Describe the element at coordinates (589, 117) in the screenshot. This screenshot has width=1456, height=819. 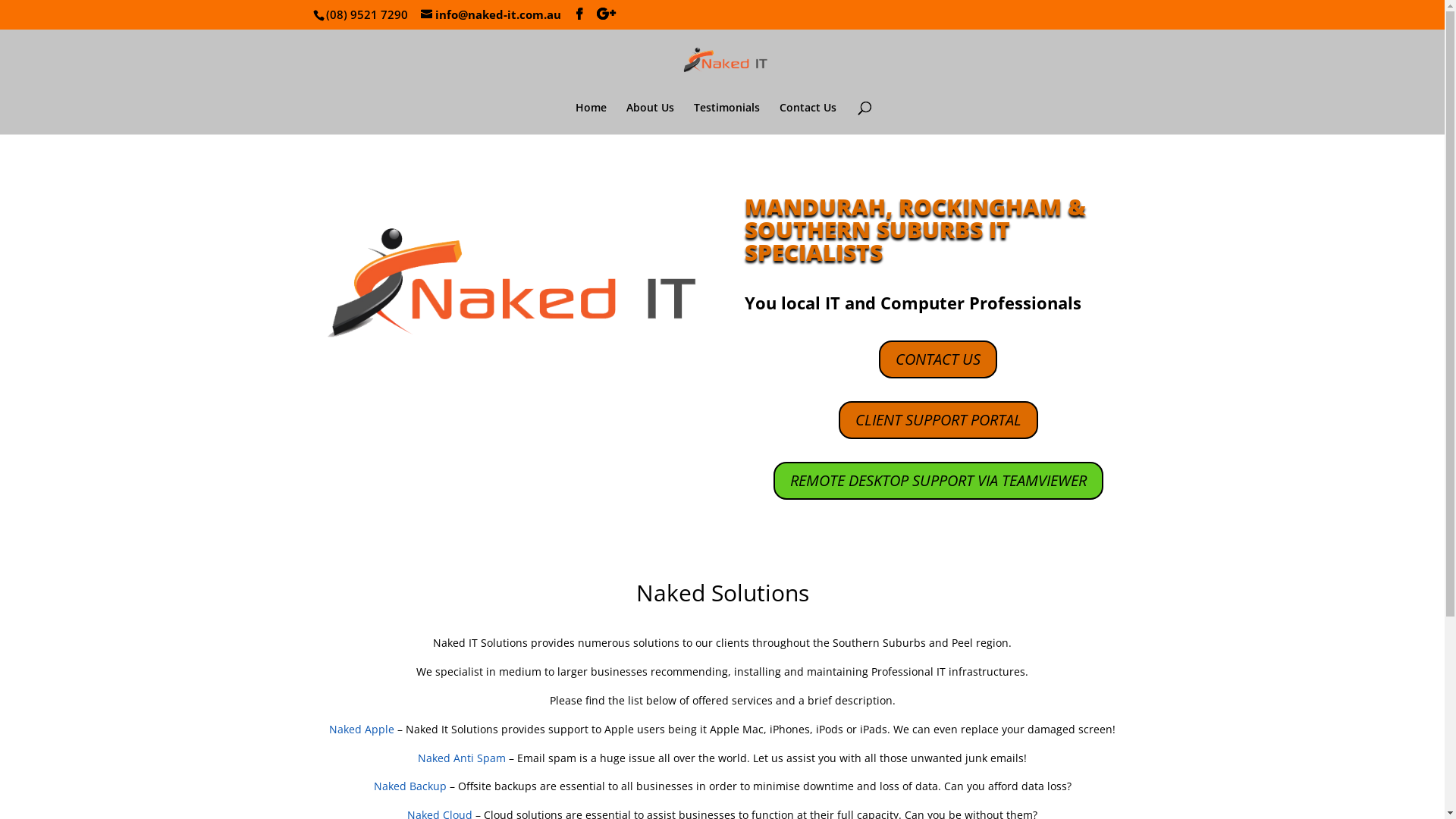
I see `'Home'` at that location.